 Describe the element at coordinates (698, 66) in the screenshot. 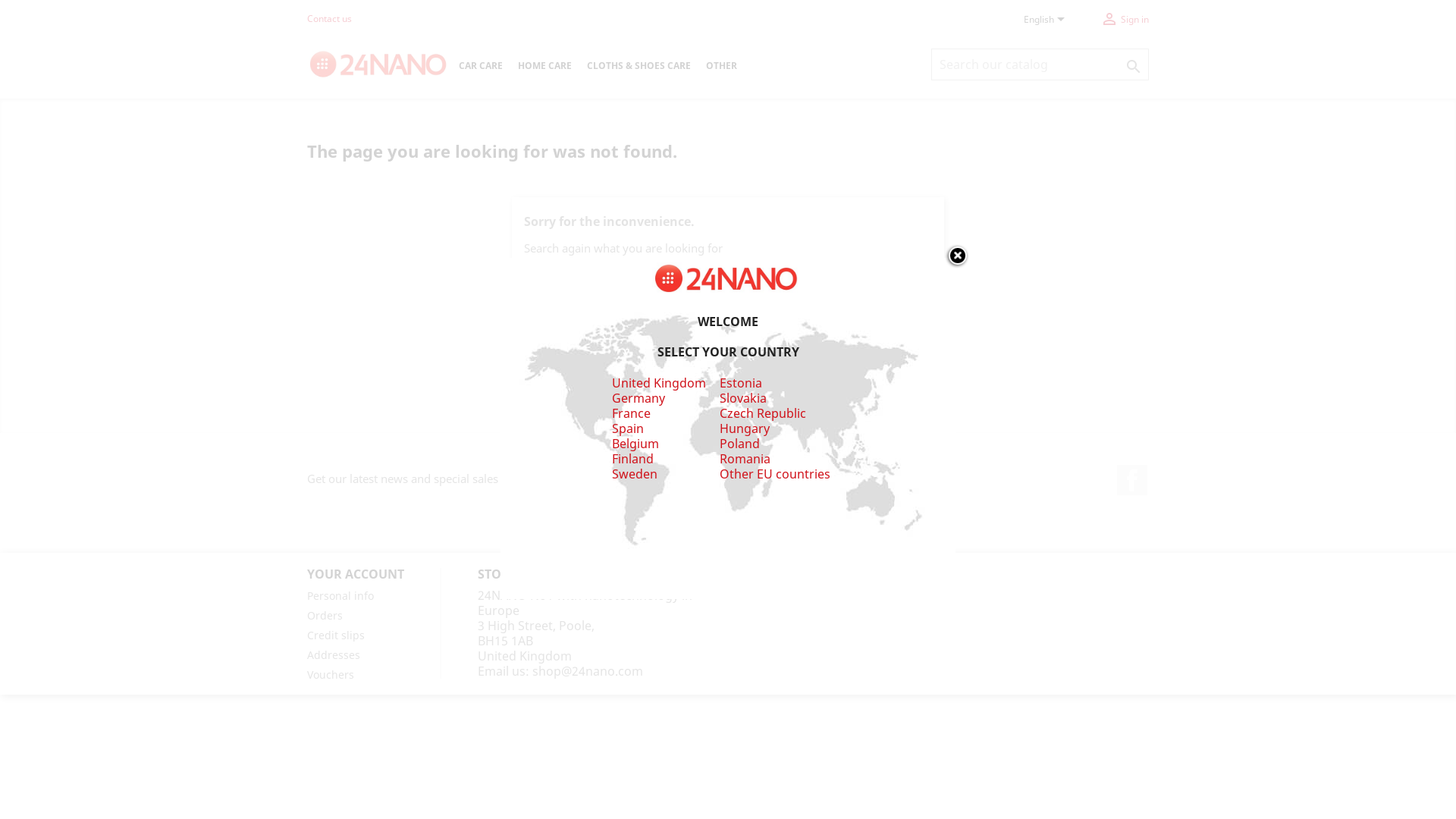

I see `'OTHER'` at that location.